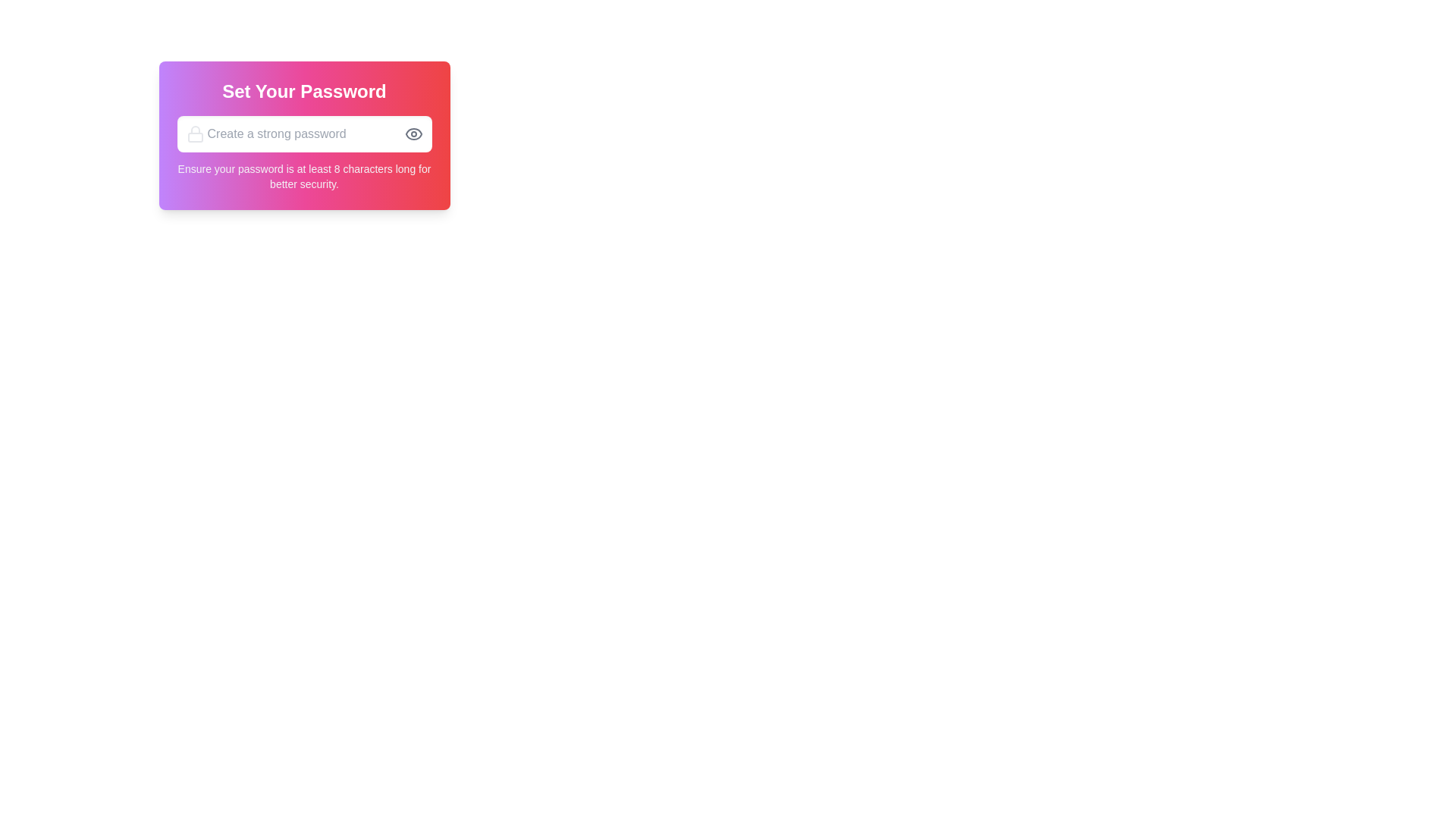 Image resolution: width=1456 pixels, height=819 pixels. What do you see at coordinates (418, 133) in the screenshot?
I see `the eye icon button` at bounding box center [418, 133].